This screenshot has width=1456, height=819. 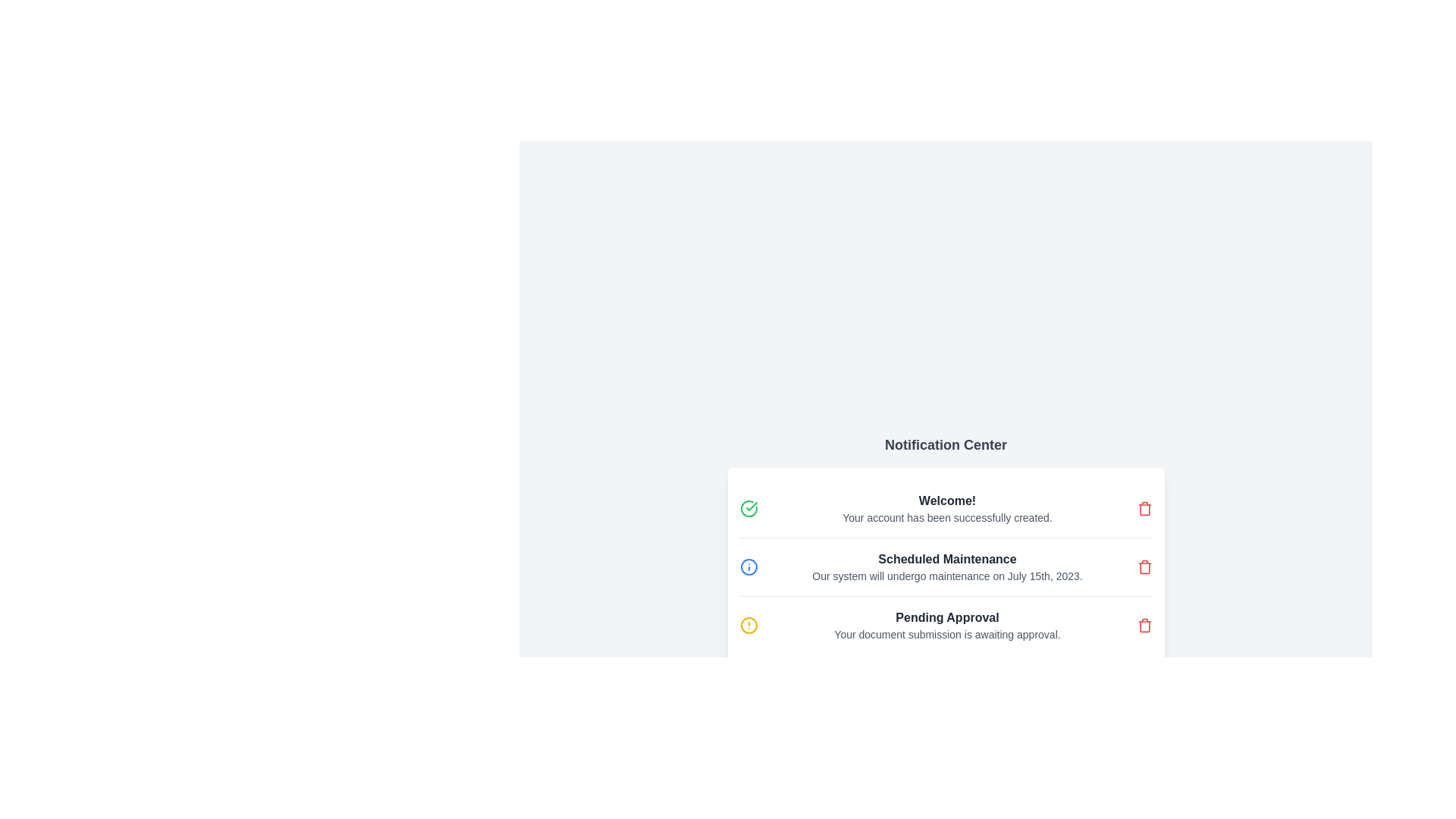 What do you see at coordinates (945, 567) in the screenshot?
I see `notification titled 'Scheduled Maintenance' which is the second notification card in the Notification Center` at bounding box center [945, 567].